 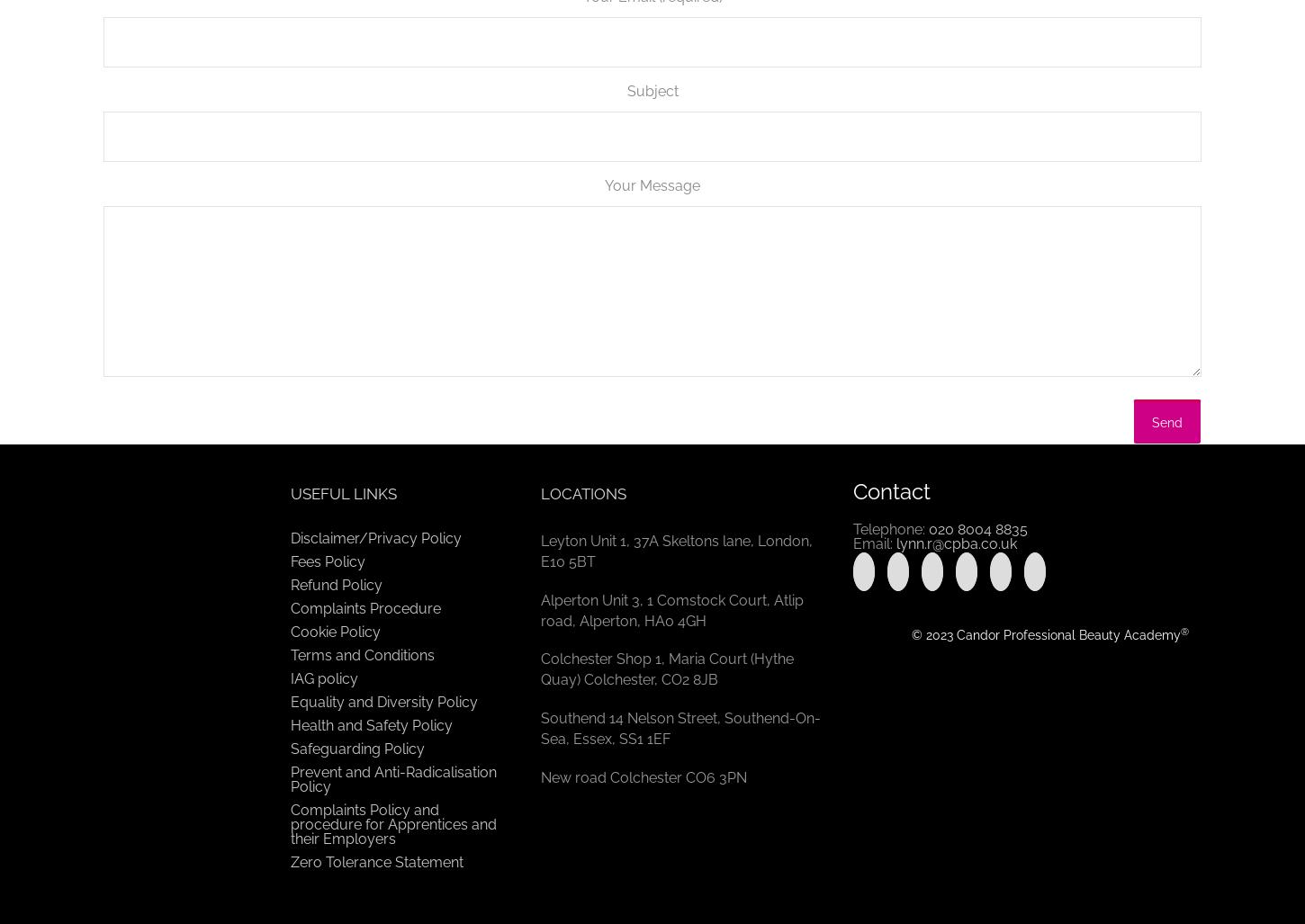 What do you see at coordinates (370, 725) in the screenshot?
I see `'Health and Safety Policy'` at bounding box center [370, 725].